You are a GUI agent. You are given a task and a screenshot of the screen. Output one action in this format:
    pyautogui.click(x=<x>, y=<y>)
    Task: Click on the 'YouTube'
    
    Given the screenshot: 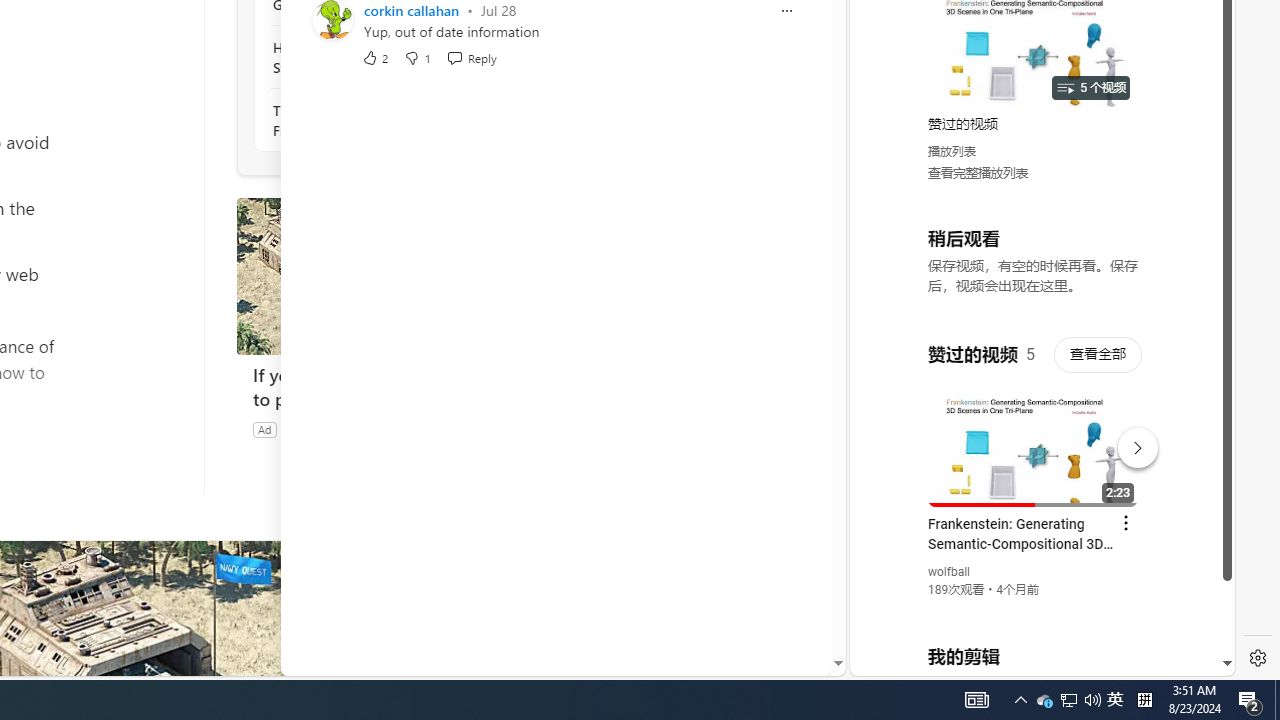 What is the action you would take?
    pyautogui.click(x=1034, y=431)
    